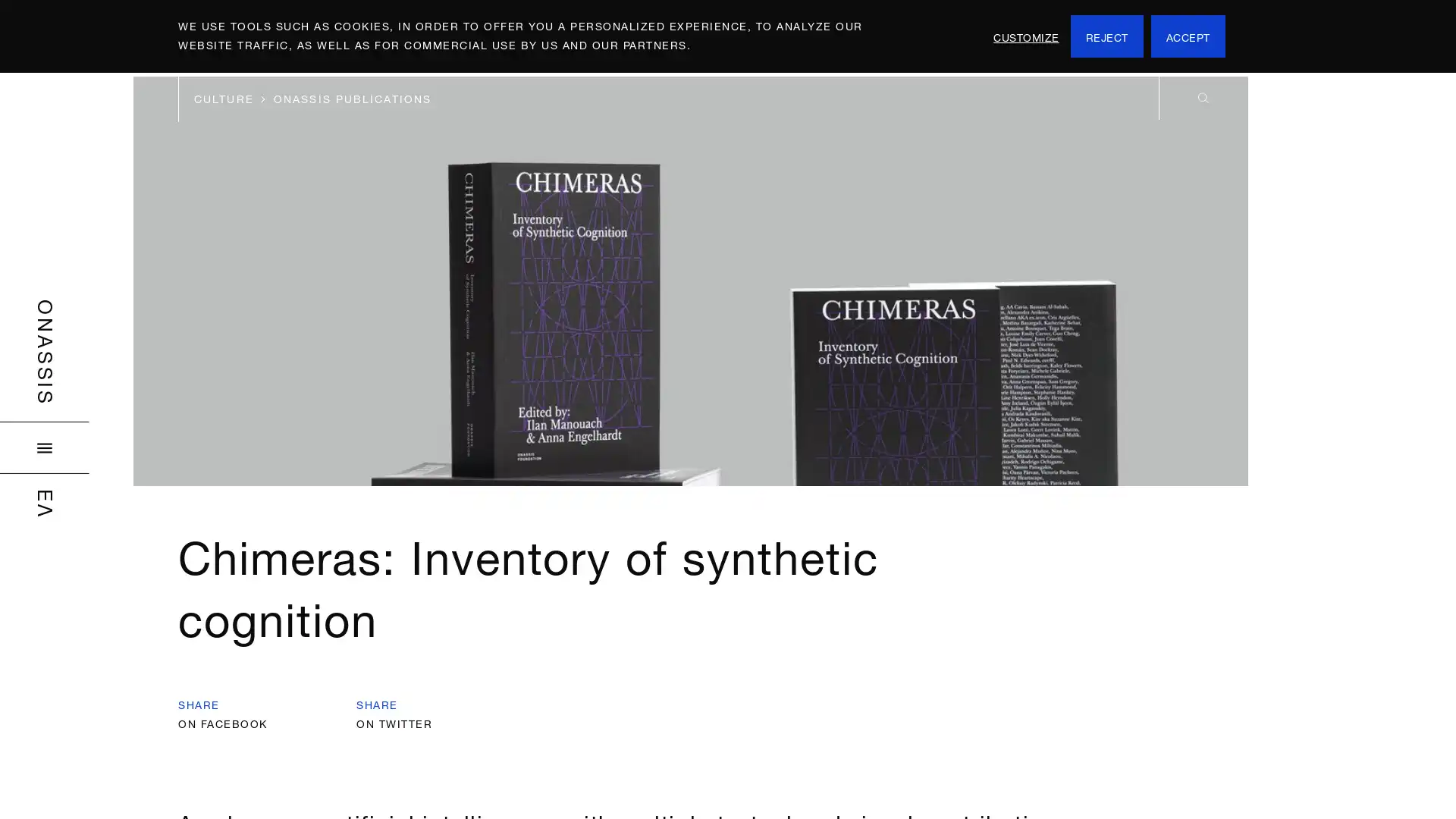  I want to click on CUSTOMIZE, so click(1026, 35).